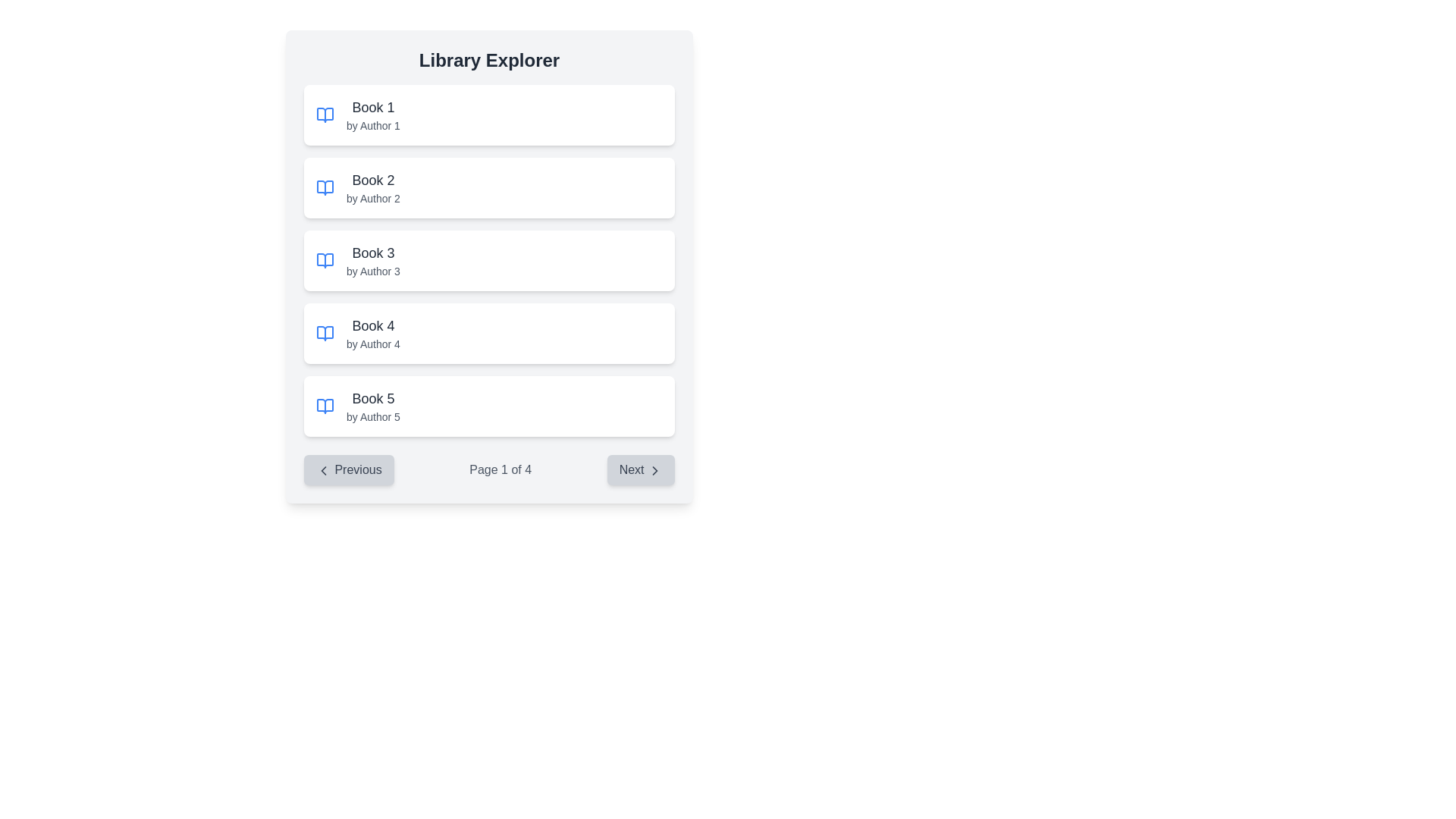 This screenshot has height=819, width=1456. What do you see at coordinates (489, 187) in the screenshot?
I see `the second book entry` at bounding box center [489, 187].